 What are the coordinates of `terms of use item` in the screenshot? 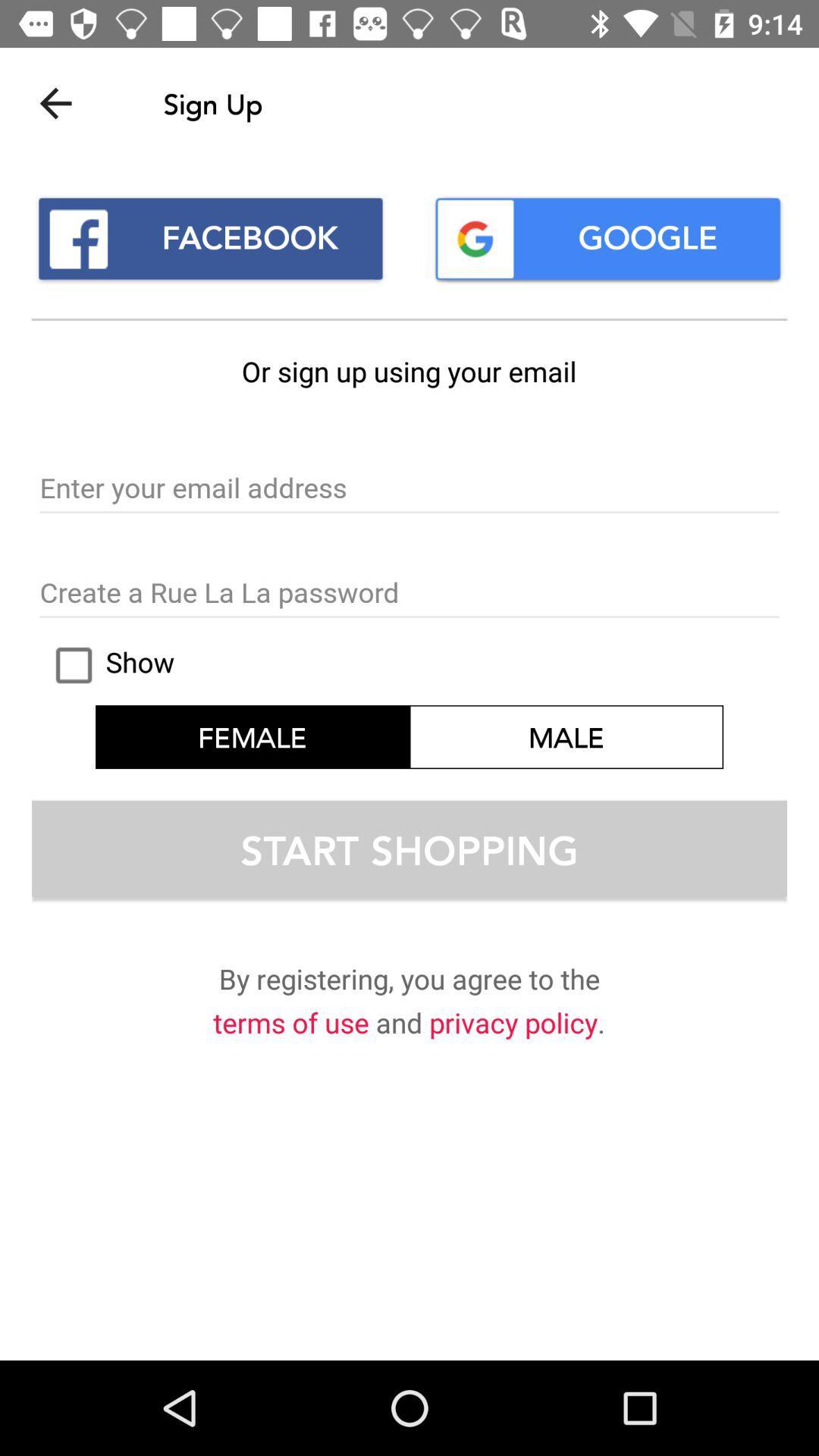 It's located at (291, 1025).